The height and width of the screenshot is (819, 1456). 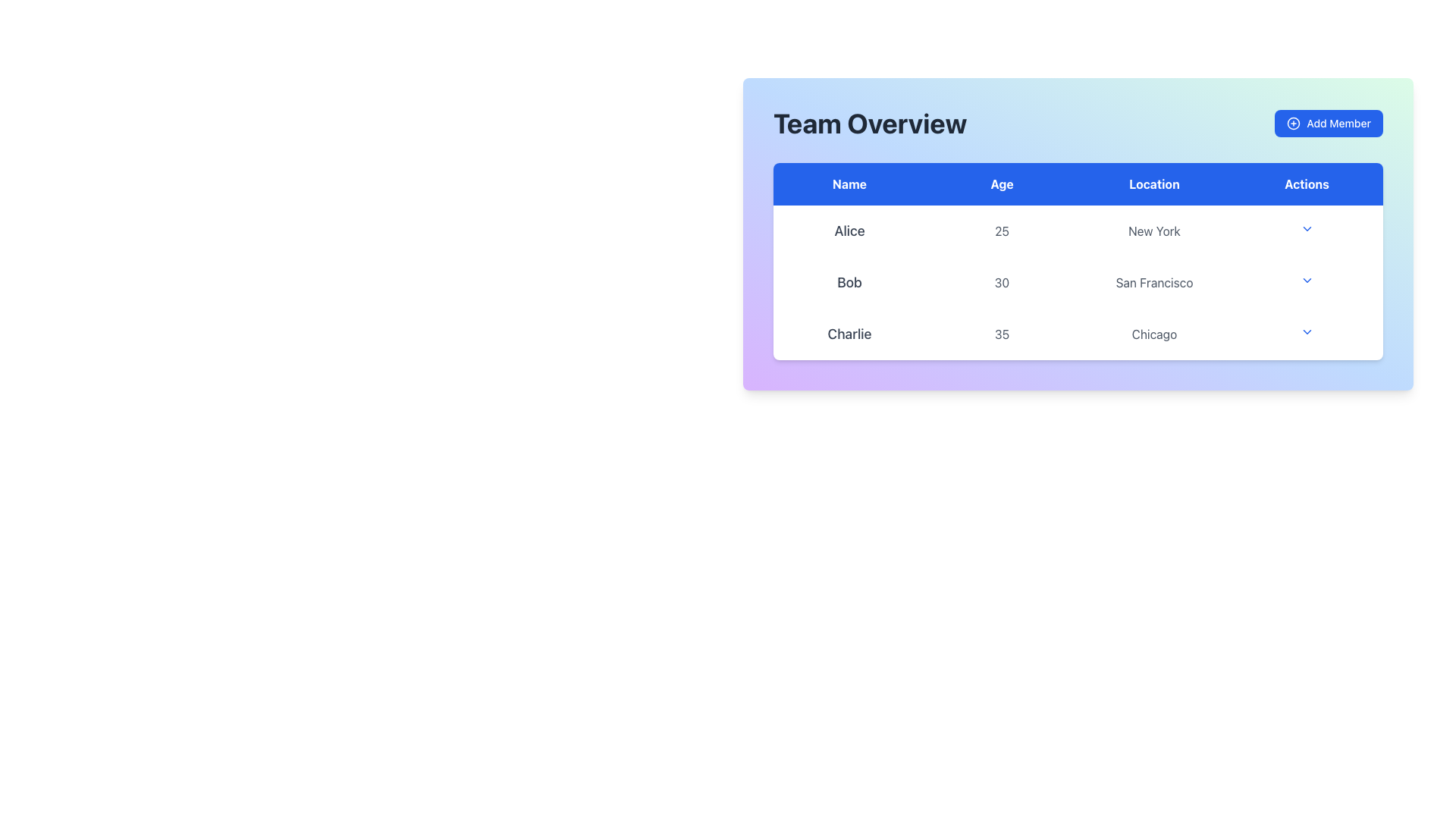 I want to click on the static text element displaying the number '25' in gray color, located in the second column under the 'Age' header of a table layout, so click(x=1002, y=231).